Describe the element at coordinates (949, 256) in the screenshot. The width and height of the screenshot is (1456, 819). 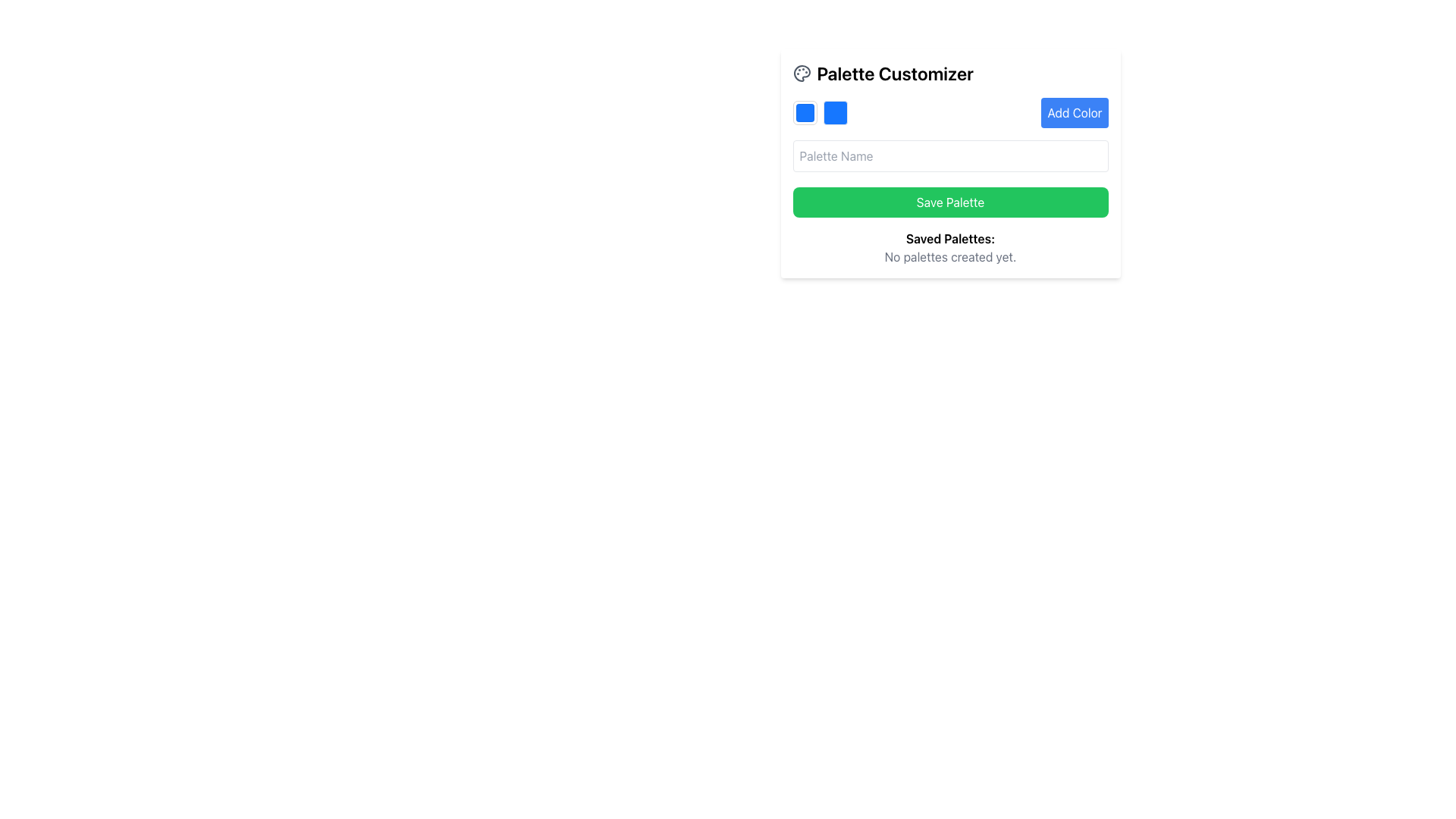
I see `the static text element displaying 'No palettes created yet.' which is styled in gray and positioned below the 'Saved Palettes:' header` at that location.